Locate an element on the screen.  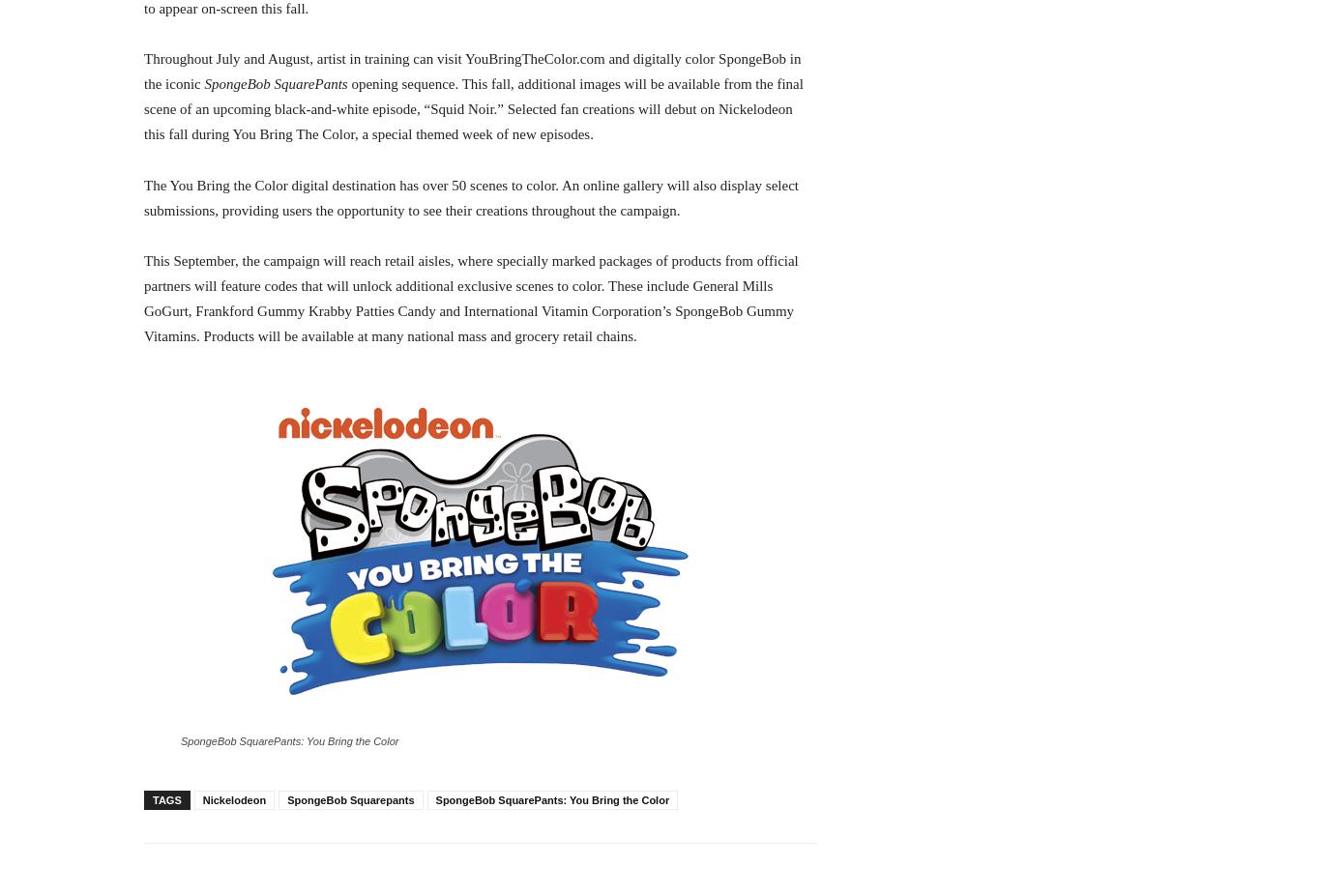
'Nickelodeon' is located at coordinates (234, 799).